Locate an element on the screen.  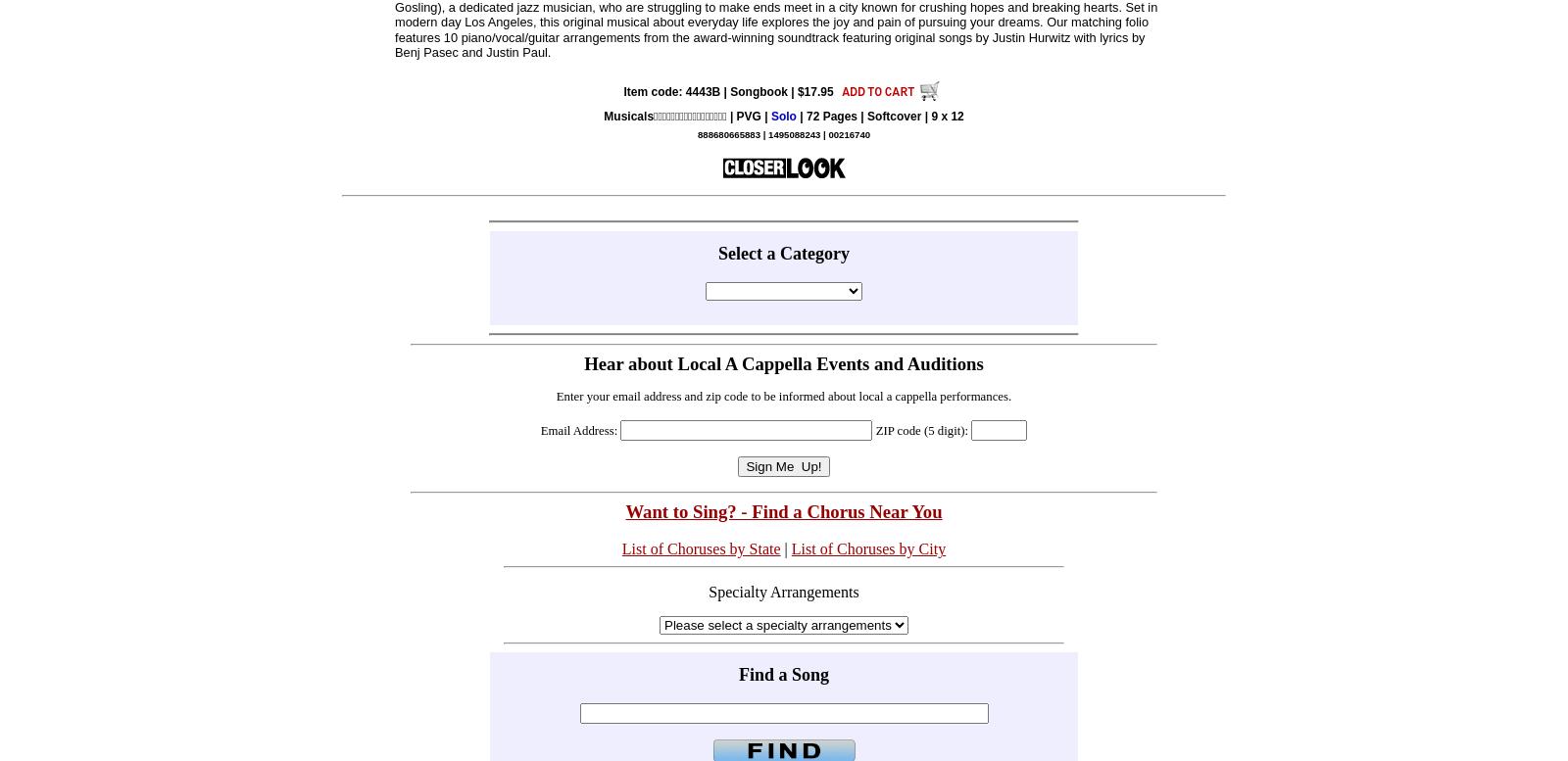
'Item code: 4443B | Songbook | $17.95' is located at coordinates (728, 91).